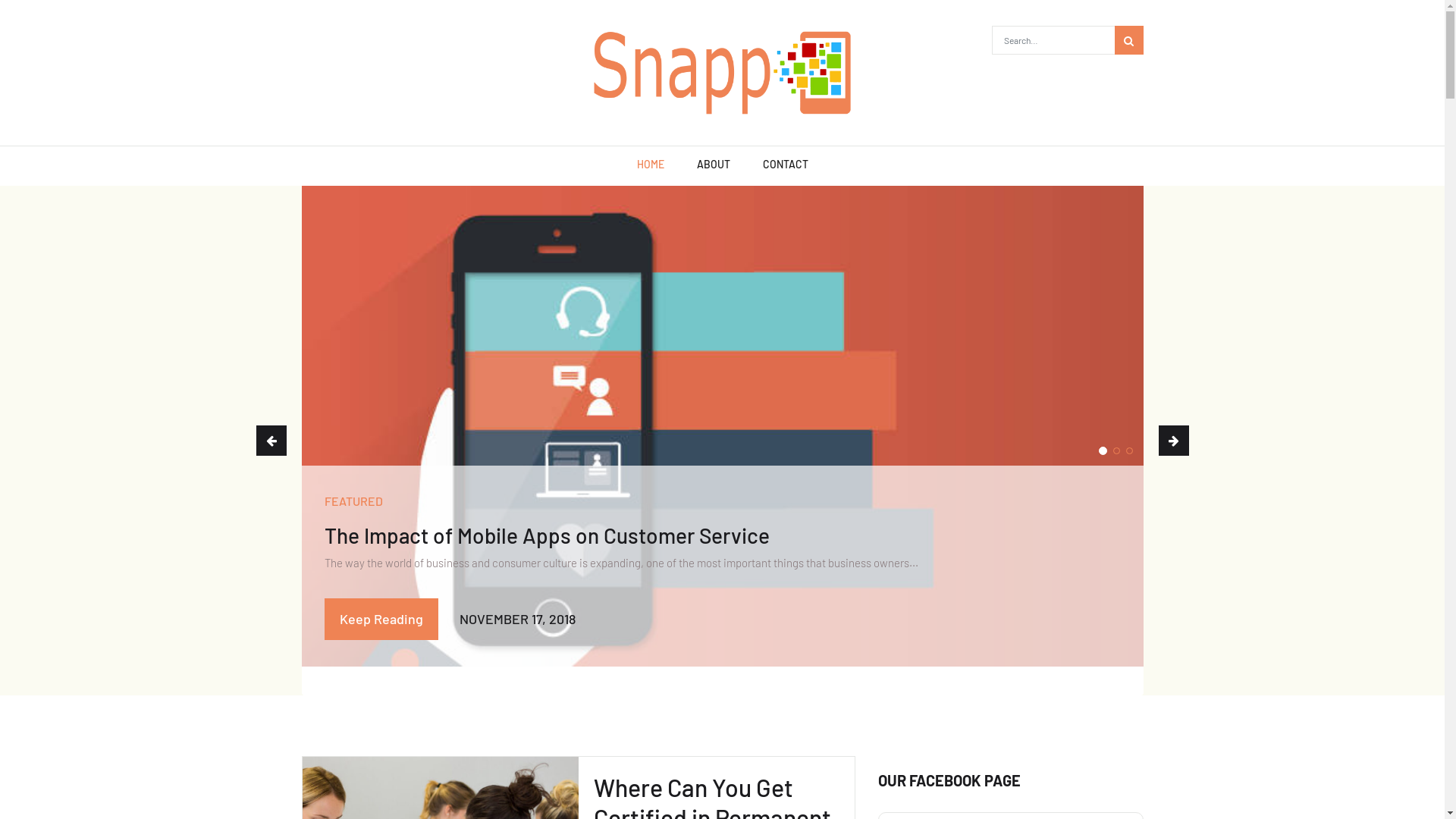  Describe the element at coordinates (1125, 450) in the screenshot. I see `'3'` at that location.